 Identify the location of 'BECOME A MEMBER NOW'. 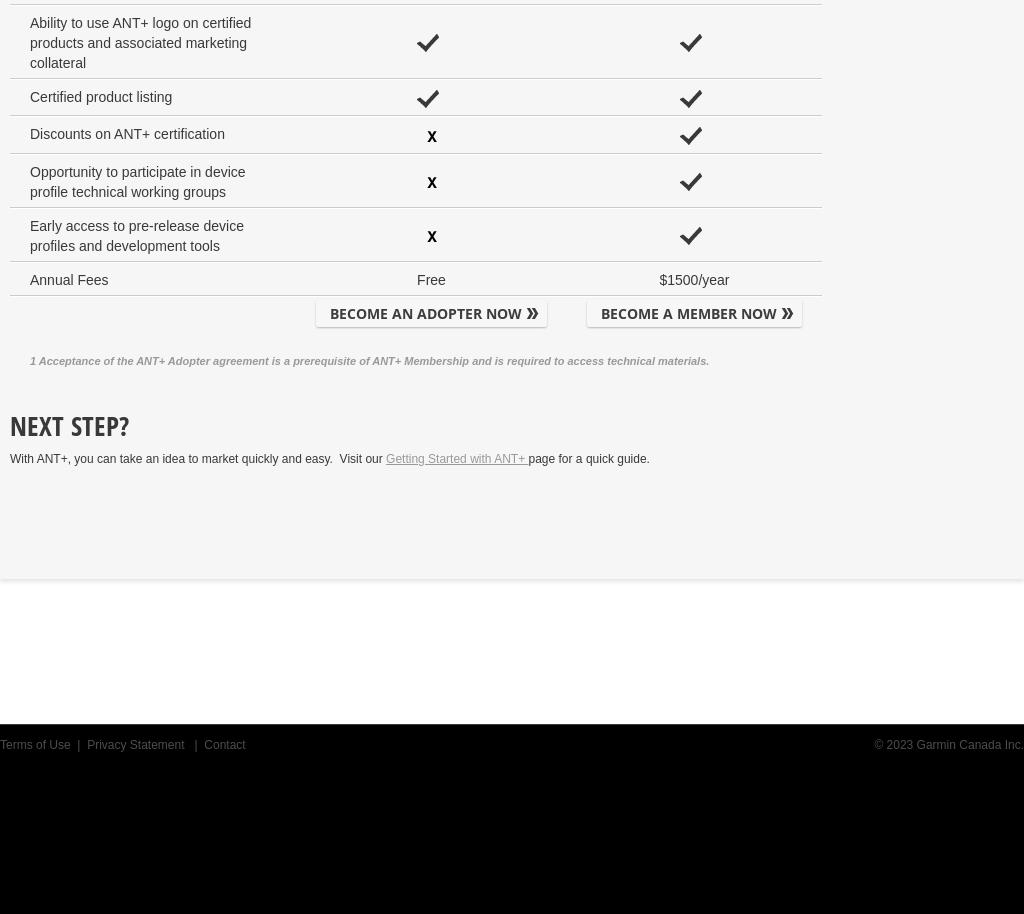
(689, 313).